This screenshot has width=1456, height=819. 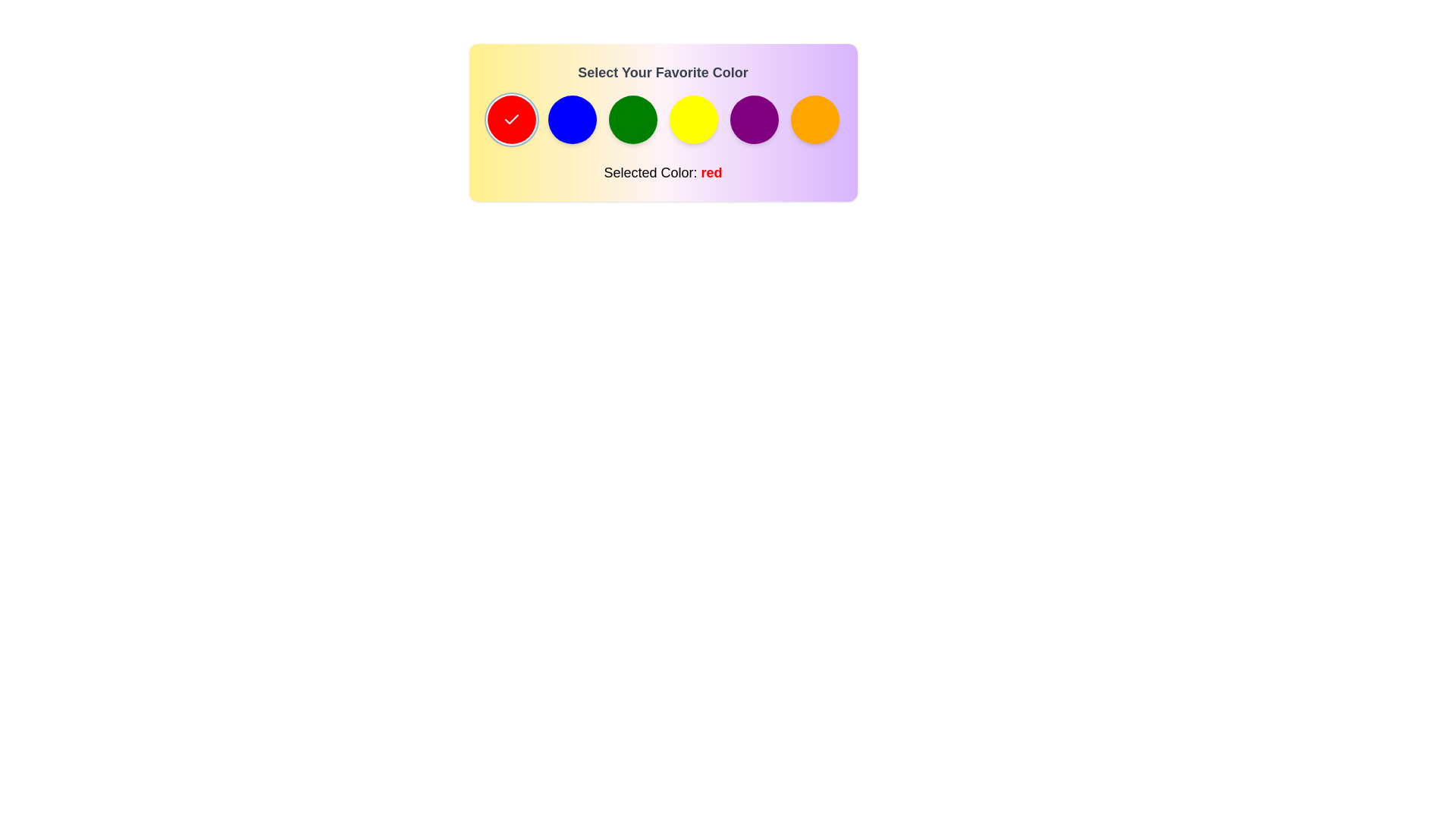 What do you see at coordinates (754, 119) in the screenshot?
I see `the color purple from the palette` at bounding box center [754, 119].